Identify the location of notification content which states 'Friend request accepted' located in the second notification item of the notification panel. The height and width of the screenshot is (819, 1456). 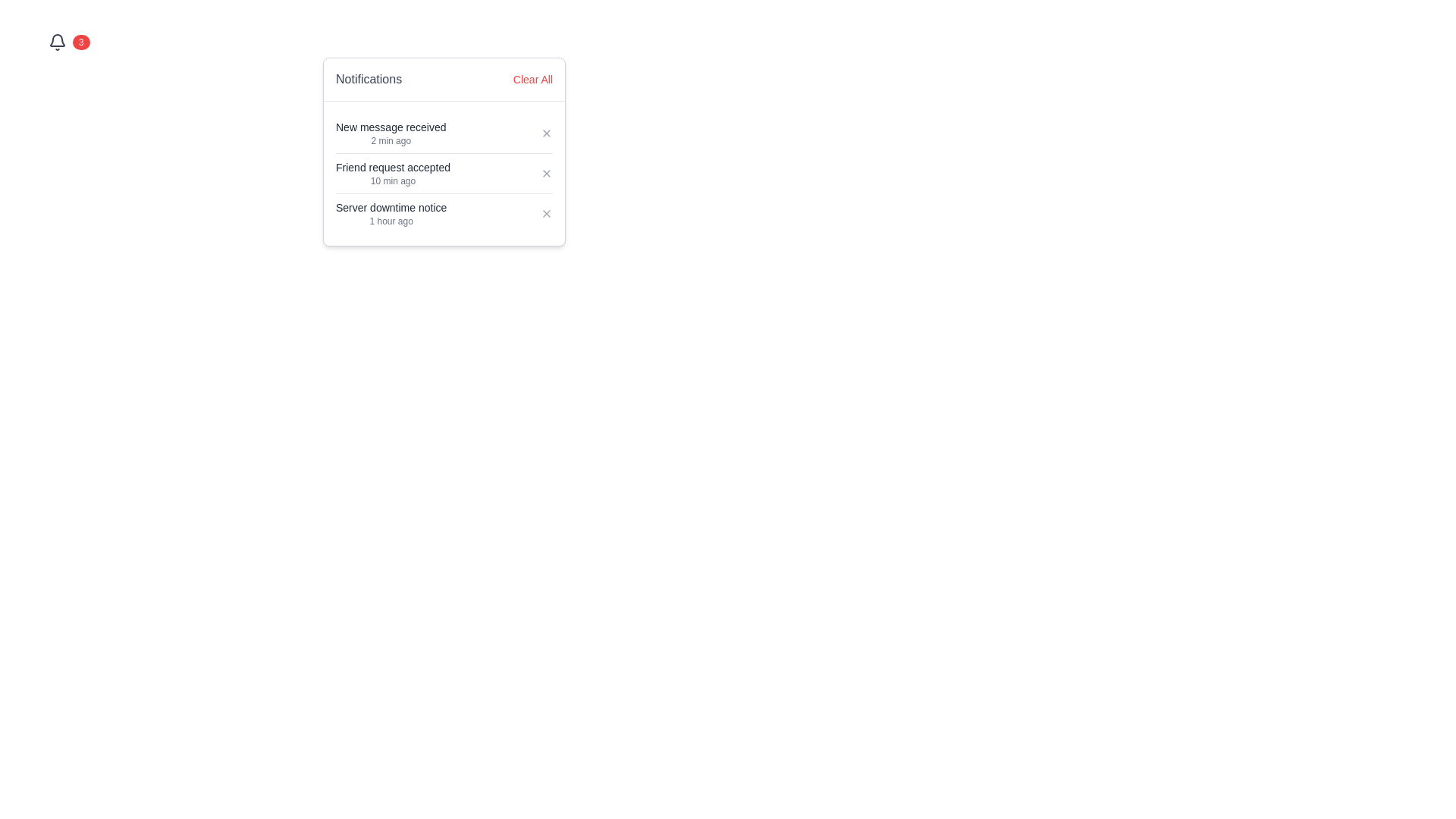
(443, 172).